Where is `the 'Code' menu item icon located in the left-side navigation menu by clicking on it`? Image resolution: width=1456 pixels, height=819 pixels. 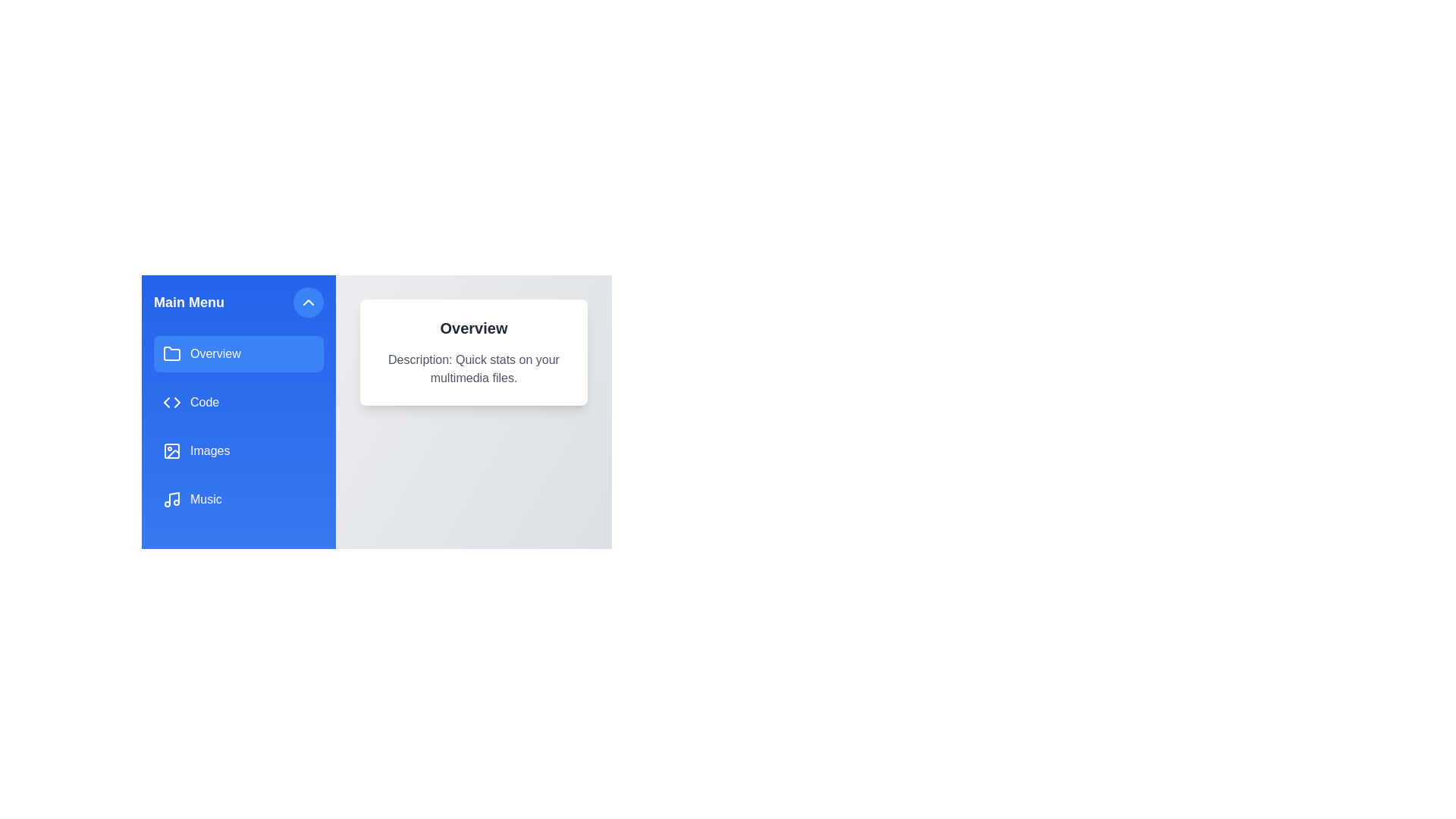 the 'Code' menu item icon located in the left-side navigation menu by clicking on it is located at coordinates (171, 402).